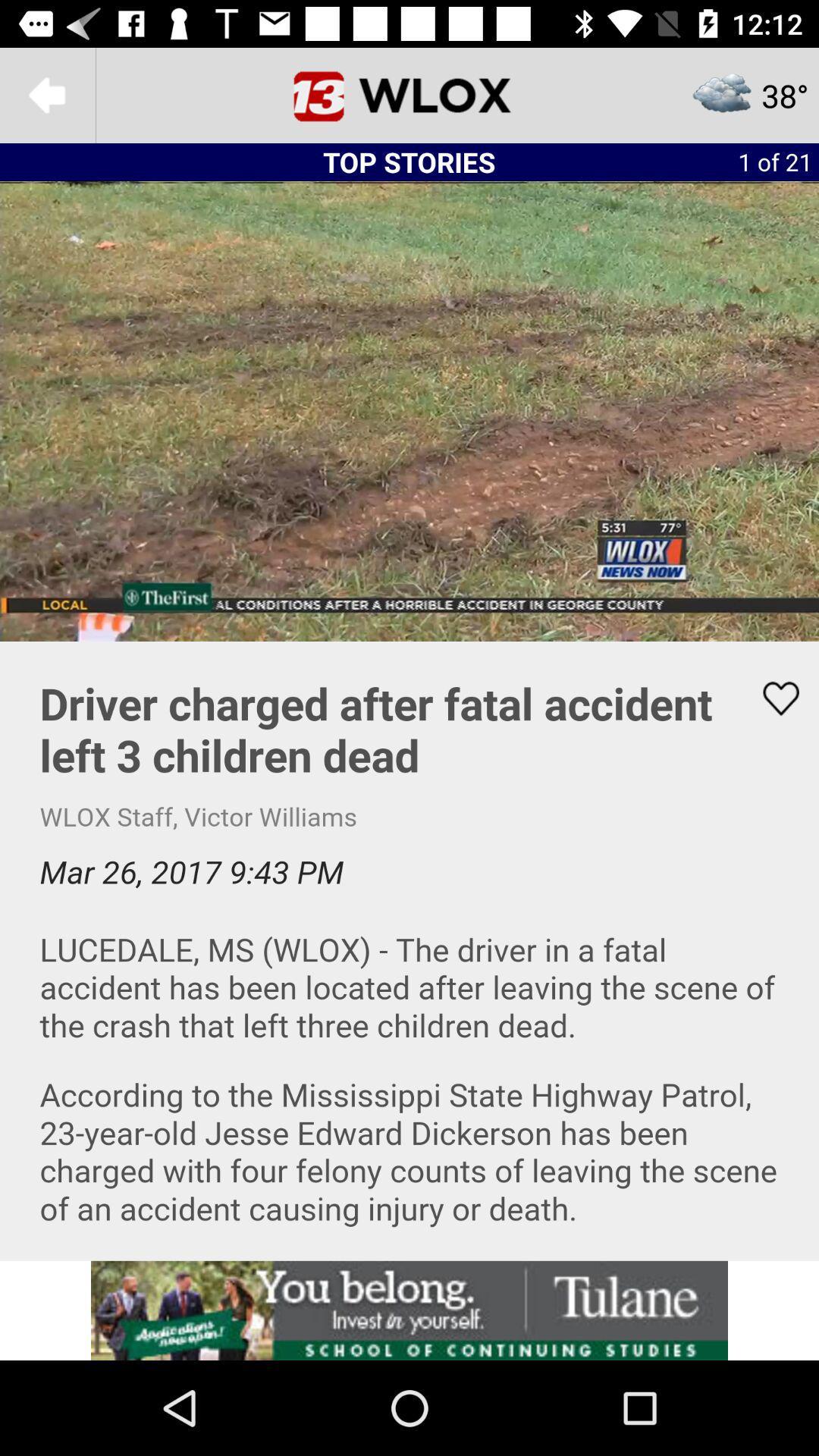 The height and width of the screenshot is (1456, 819). Describe the element at coordinates (771, 698) in the screenshot. I see `to add favorite` at that location.